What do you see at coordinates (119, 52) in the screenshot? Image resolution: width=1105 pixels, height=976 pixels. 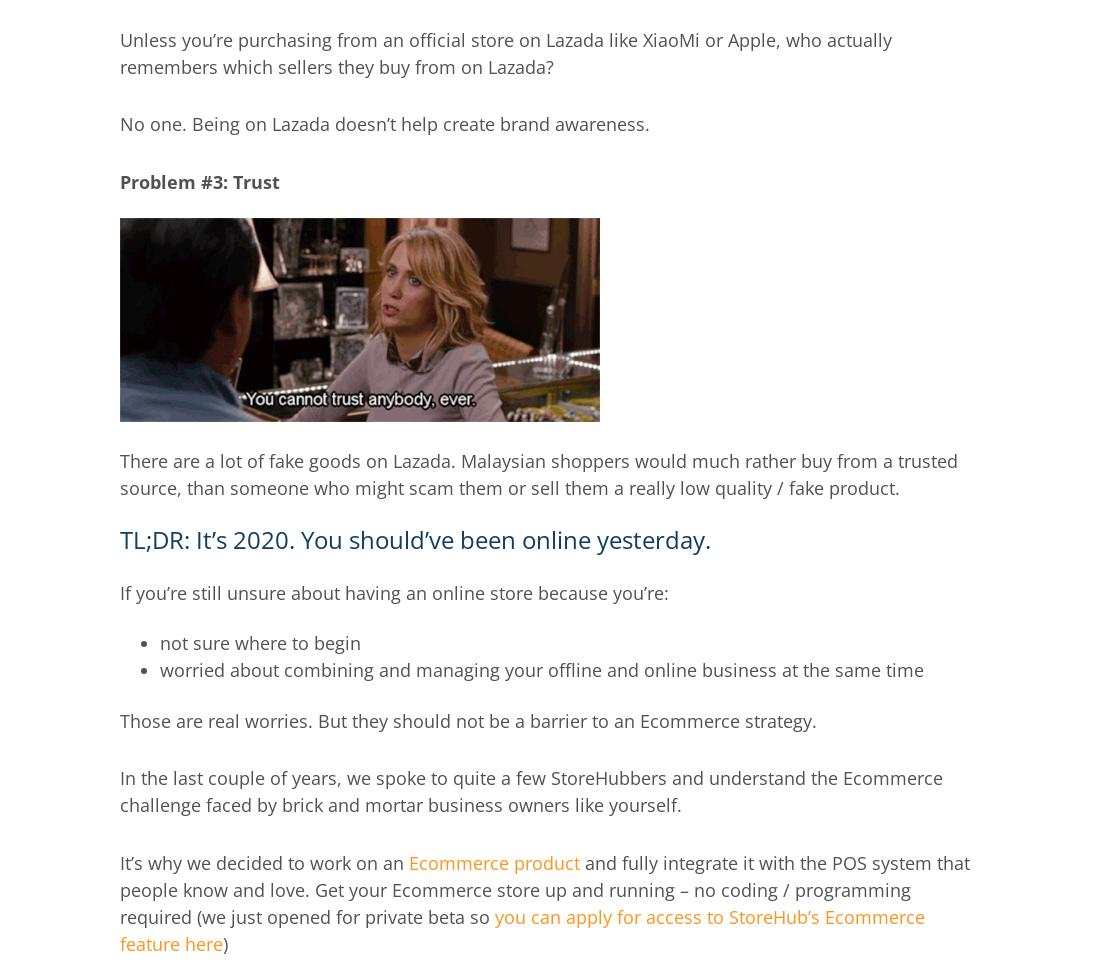 I see `'Unless you’re purchasing from an official store on Lazada like XiaoMi or Apple, who actually remembers which sellers they buy from on Lazada?'` at bounding box center [119, 52].